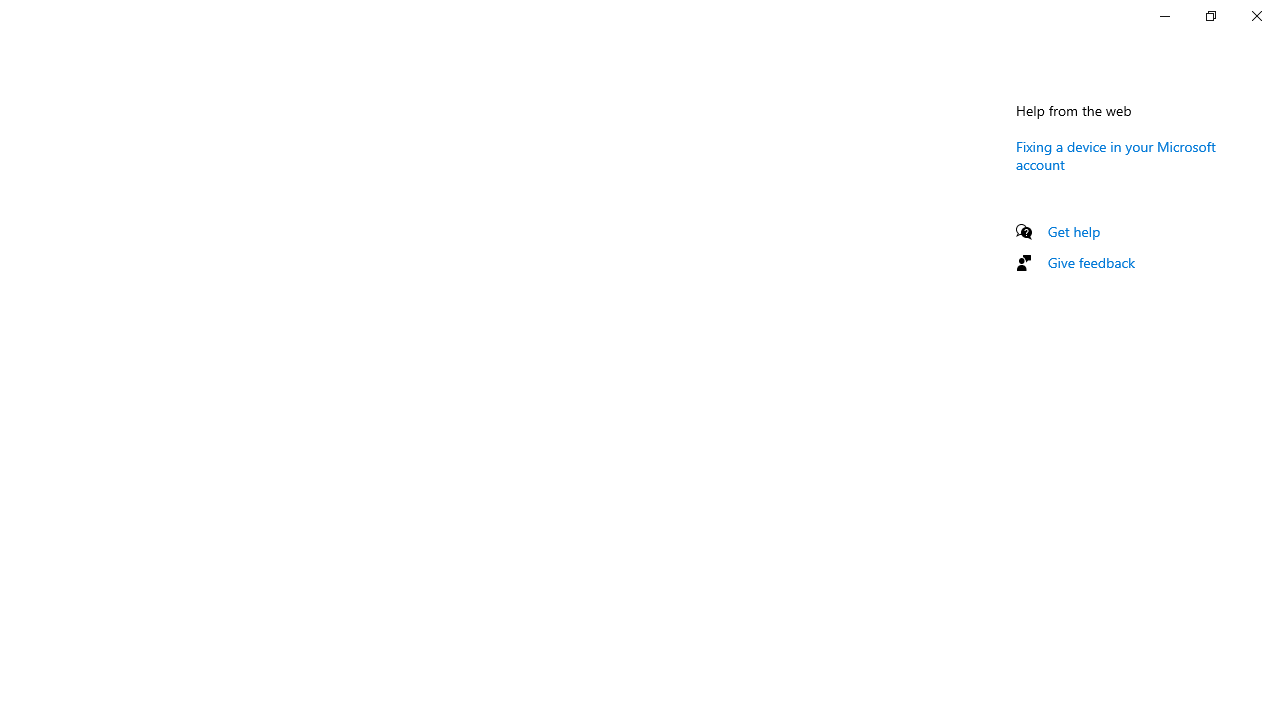  I want to click on 'Fixing a device in your Microsoft account', so click(1115, 154).